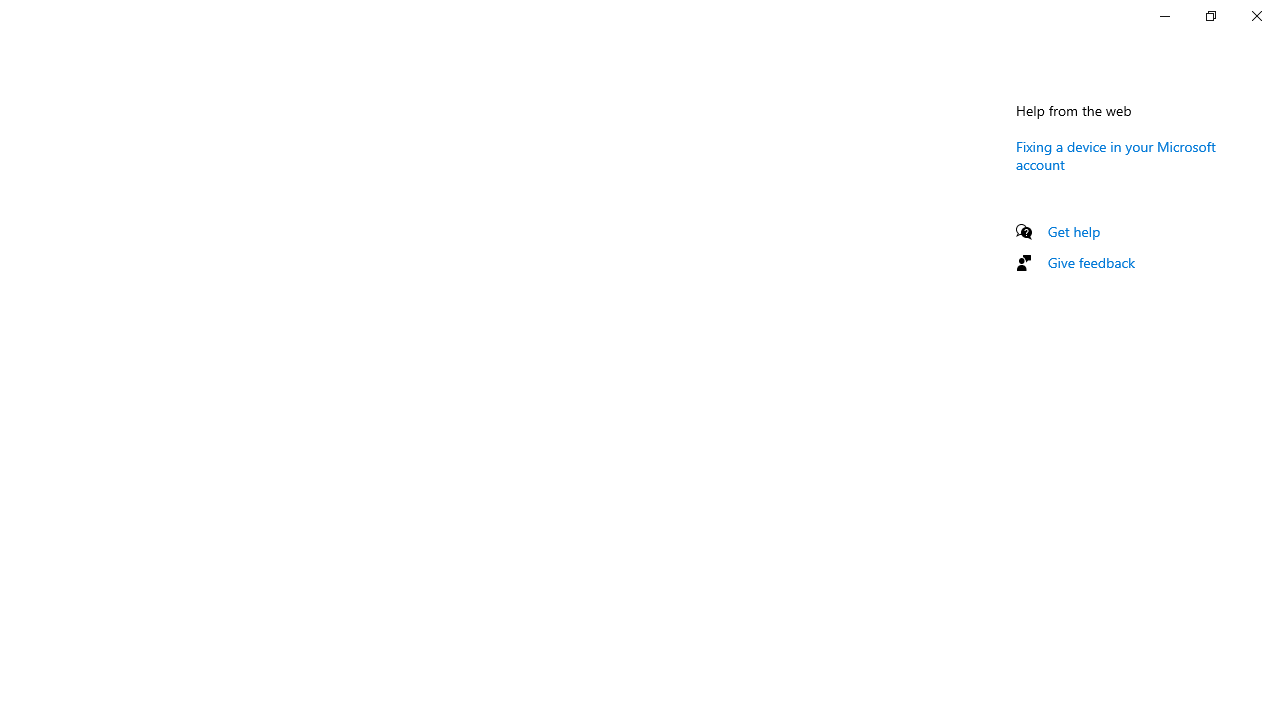  I want to click on 'Fixing a device in your Microsoft account', so click(1115, 154).